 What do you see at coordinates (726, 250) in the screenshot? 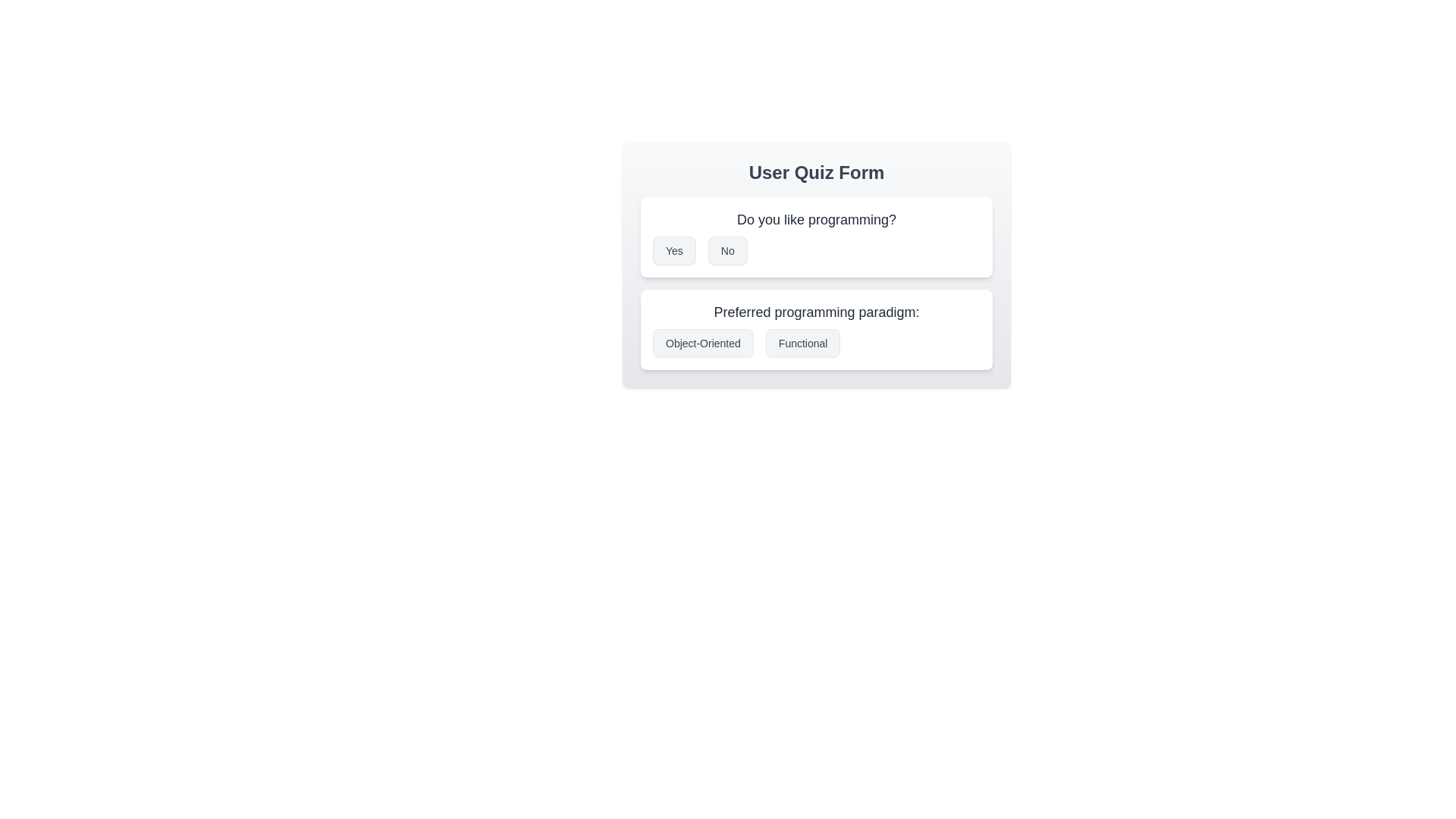
I see `the 'No' button located under the question 'Do you like programming?'` at bounding box center [726, 250].